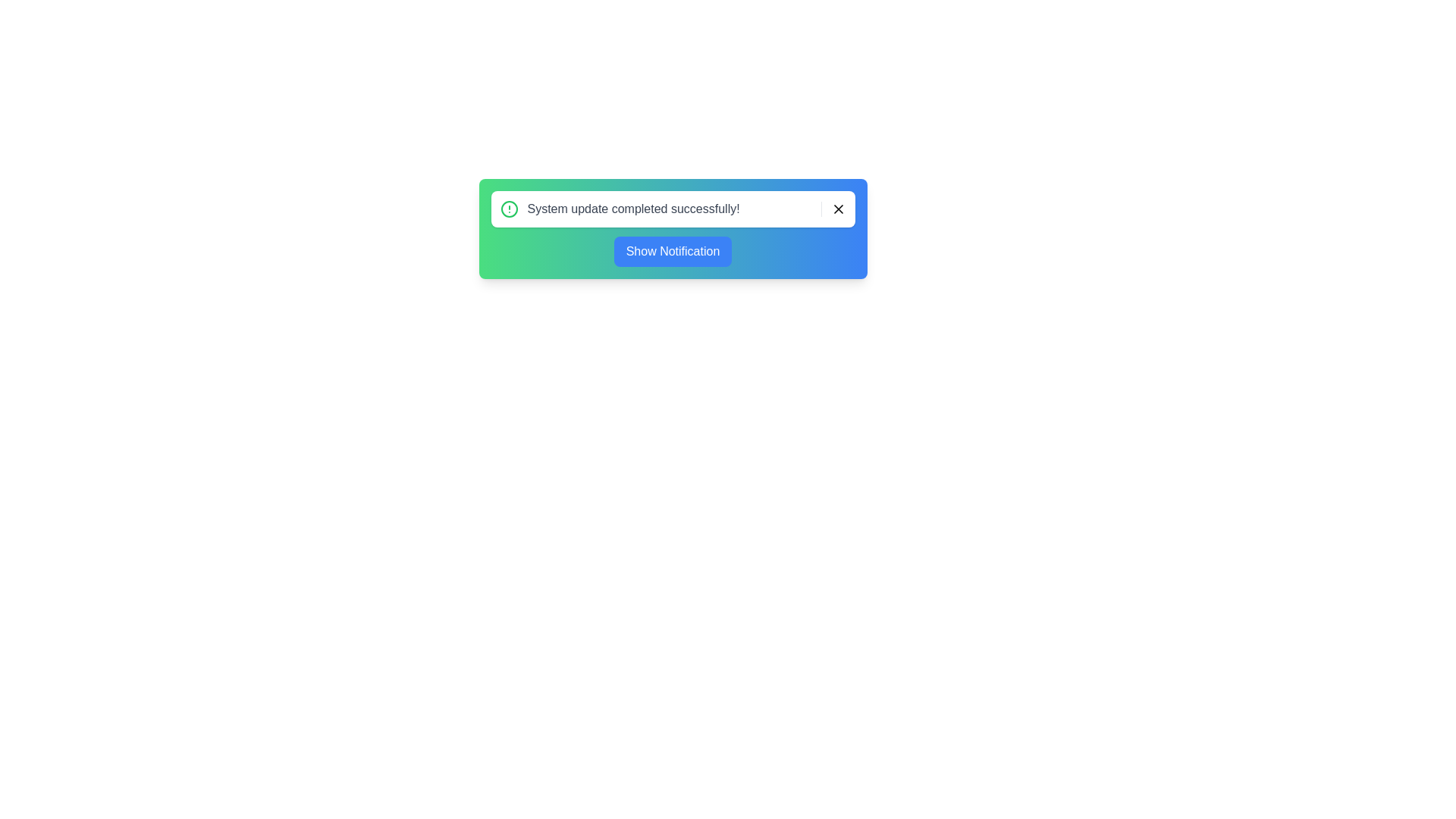 This screenshot has width=1456, height=819. What do you see at coordinates (633, 209) in the screenshot?
I see `text string 'System update completed successfully!' which is displayed in the notification bar, centrally located between a green circle icon and a close button` at bounding box center [633, 209].